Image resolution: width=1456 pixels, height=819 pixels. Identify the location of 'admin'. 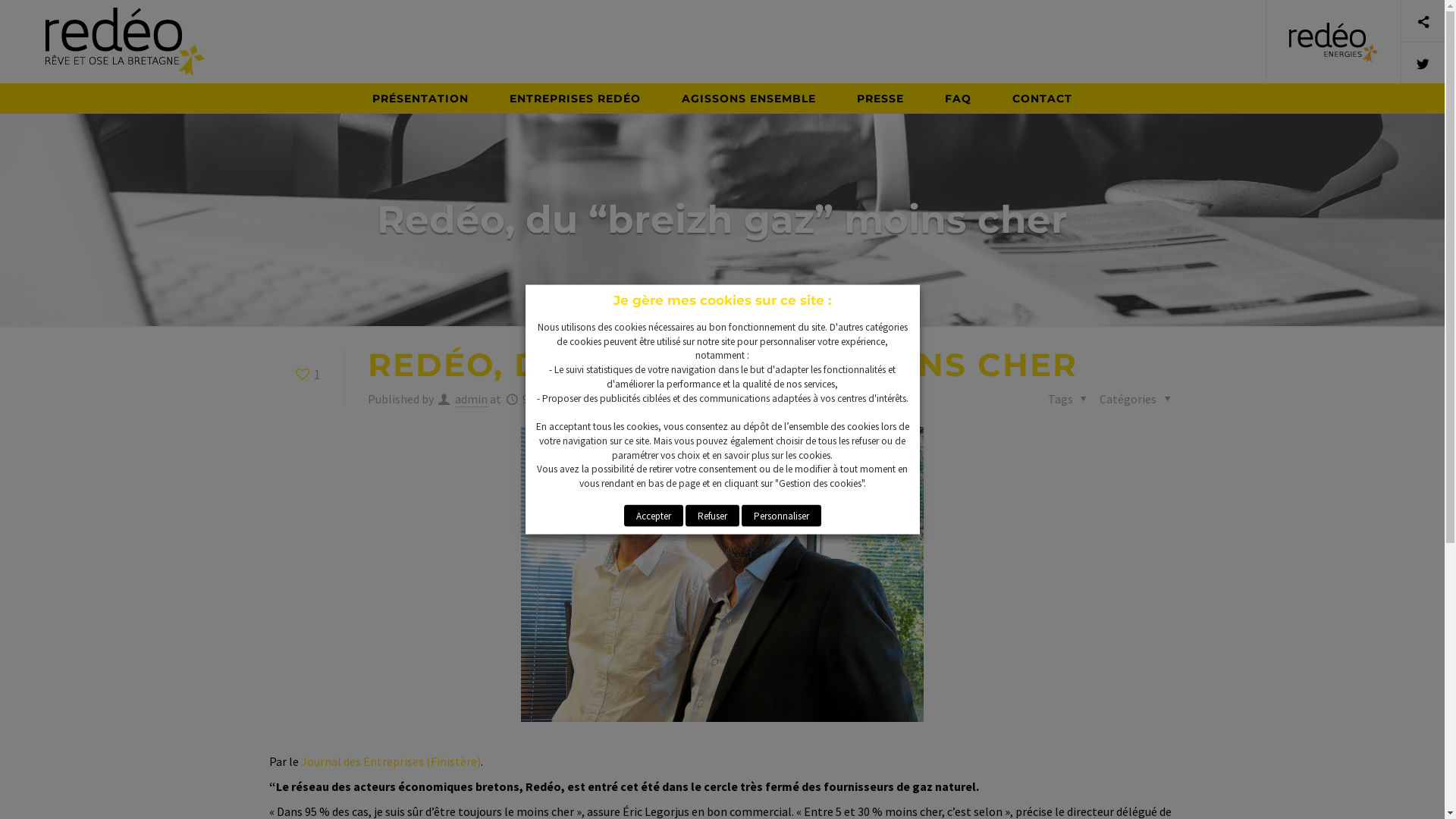
(470, 398).